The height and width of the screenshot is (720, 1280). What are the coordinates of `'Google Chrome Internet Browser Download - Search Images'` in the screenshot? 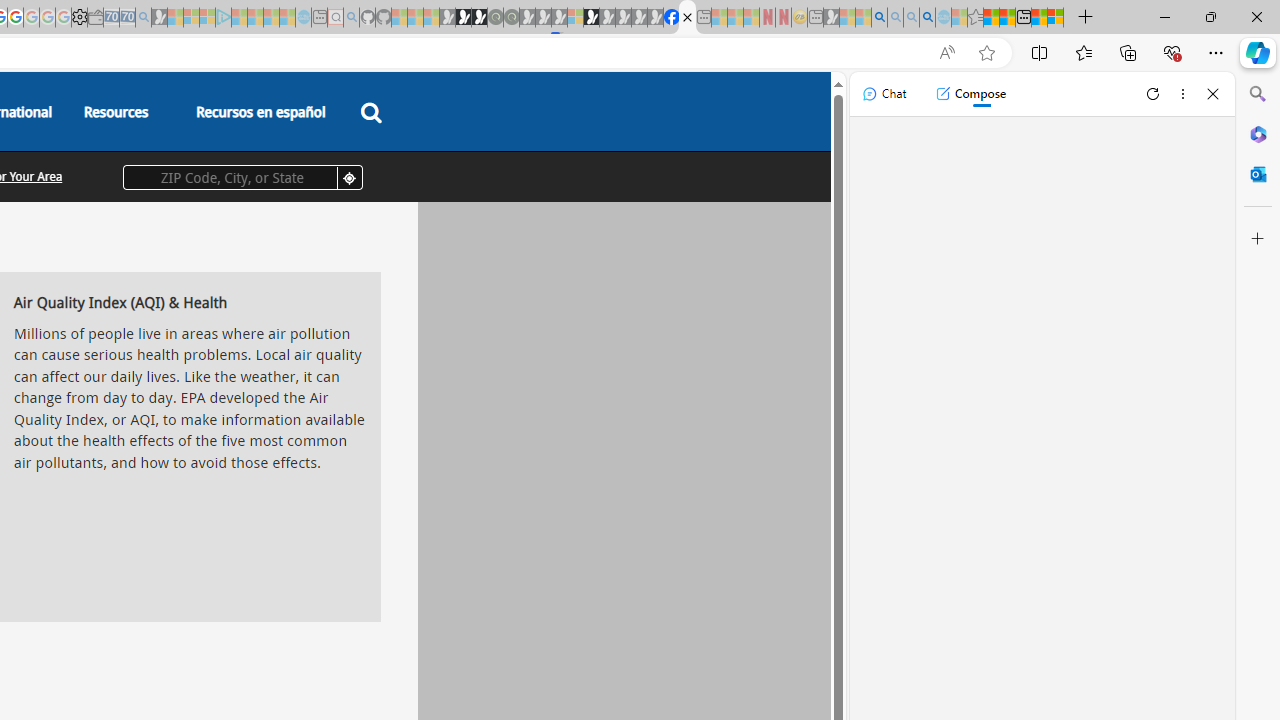 It's located at (927, 17).